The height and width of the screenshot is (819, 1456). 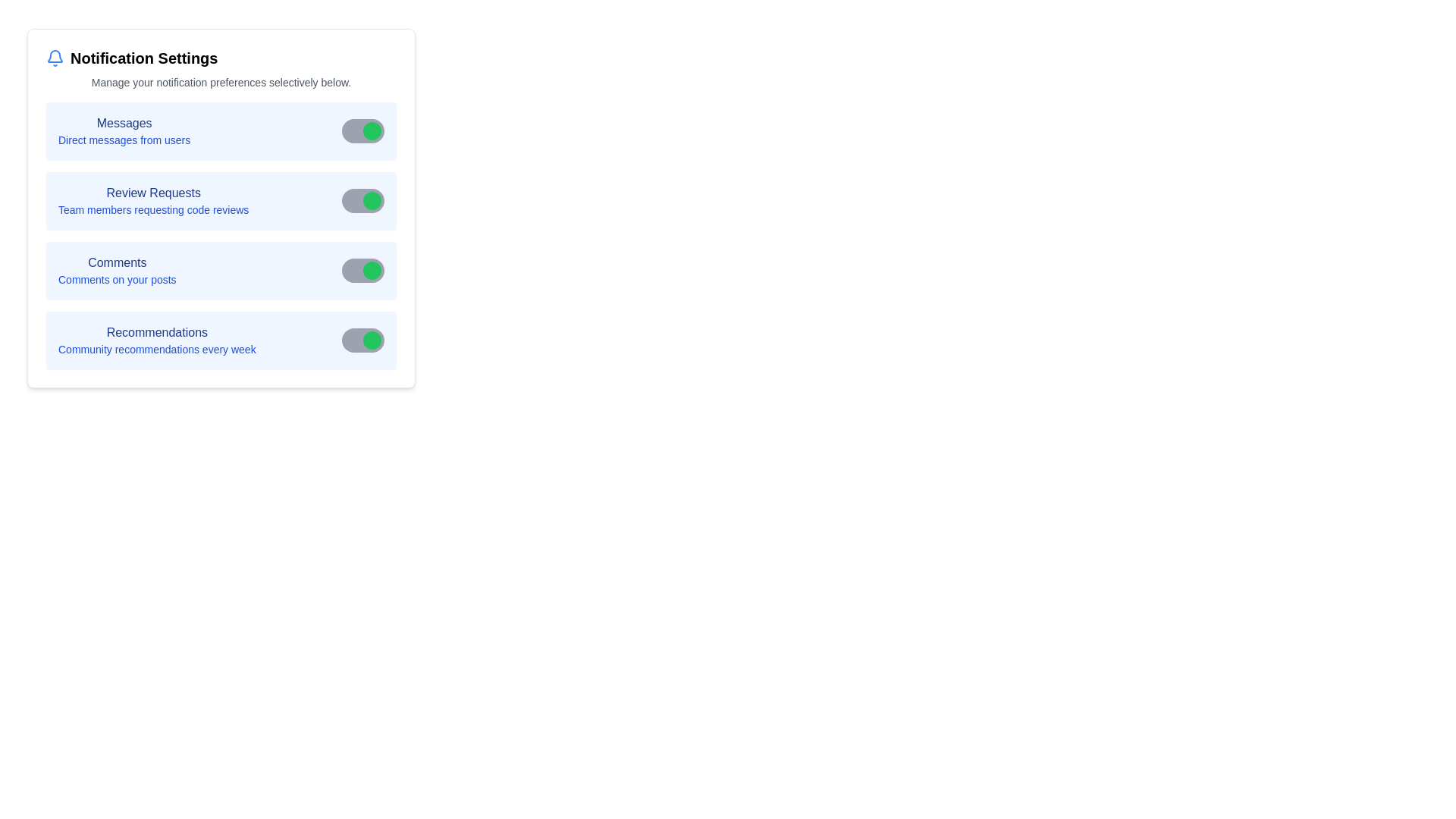 What do you see at coordinates (221, 339) in the screenshot?
I see `the toggle switch in the 'Recommendations' notification setting row to change its state` at bounding box center [221, 339].